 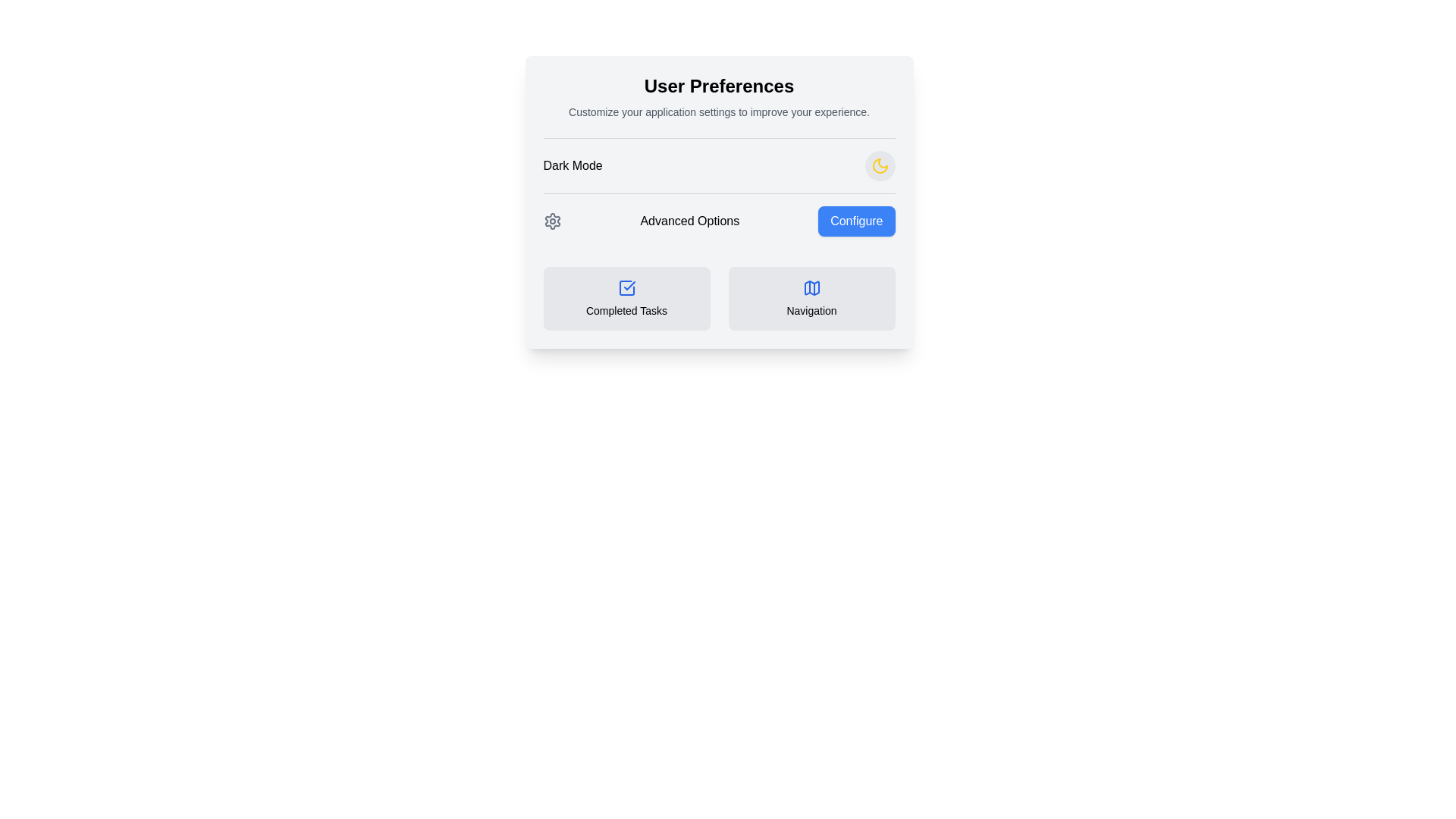 I want to click on text content of the label displaying the phrase 'Customize your application settings to improve your experience.' located centrally below the 'User Preferences' title, so click(x=718, y=111).